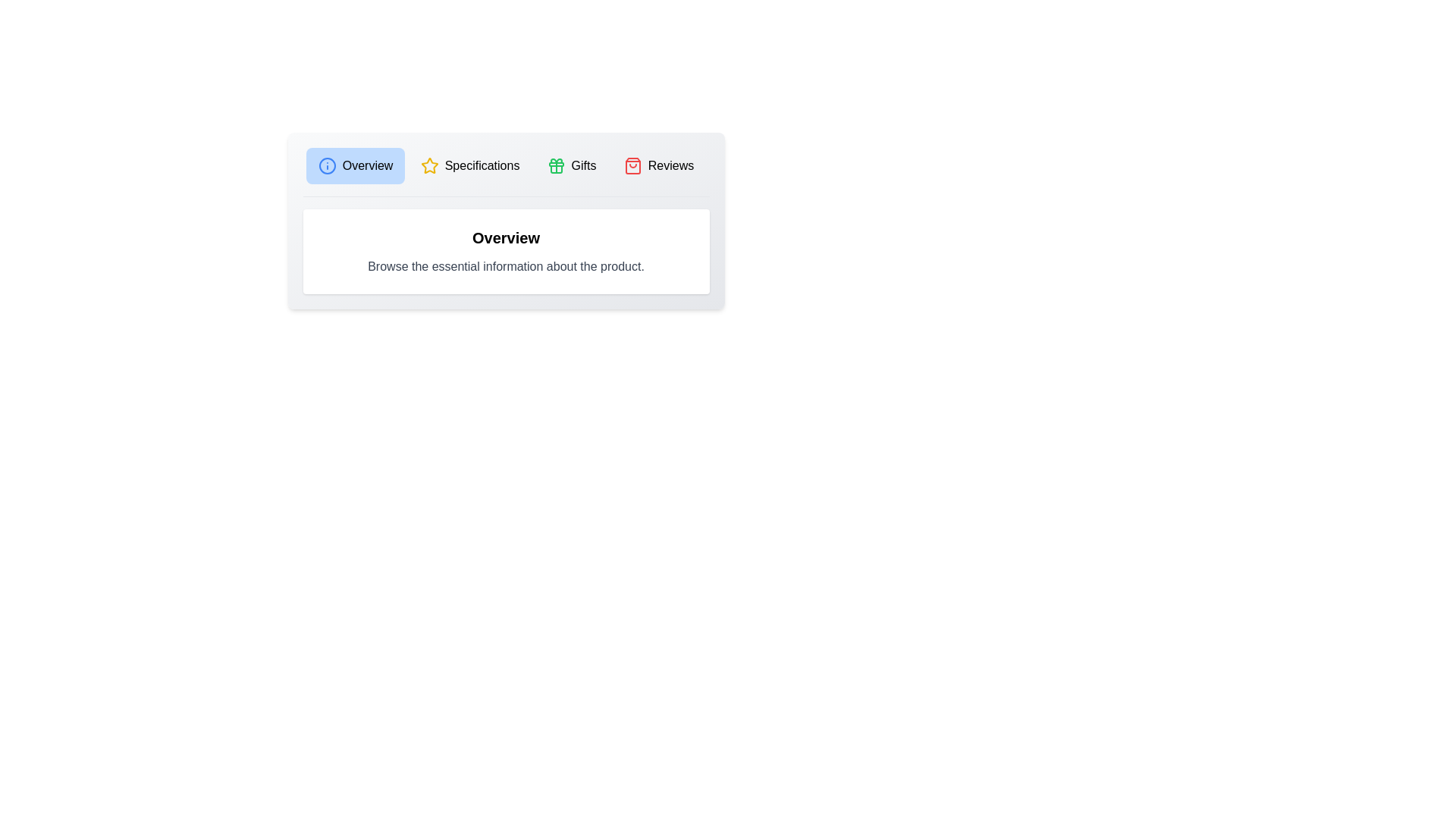  What do you see at coordinates (658, 166) in the screenshot?
I see `the tab labeled Reviews` at bounding box center [658, 166].